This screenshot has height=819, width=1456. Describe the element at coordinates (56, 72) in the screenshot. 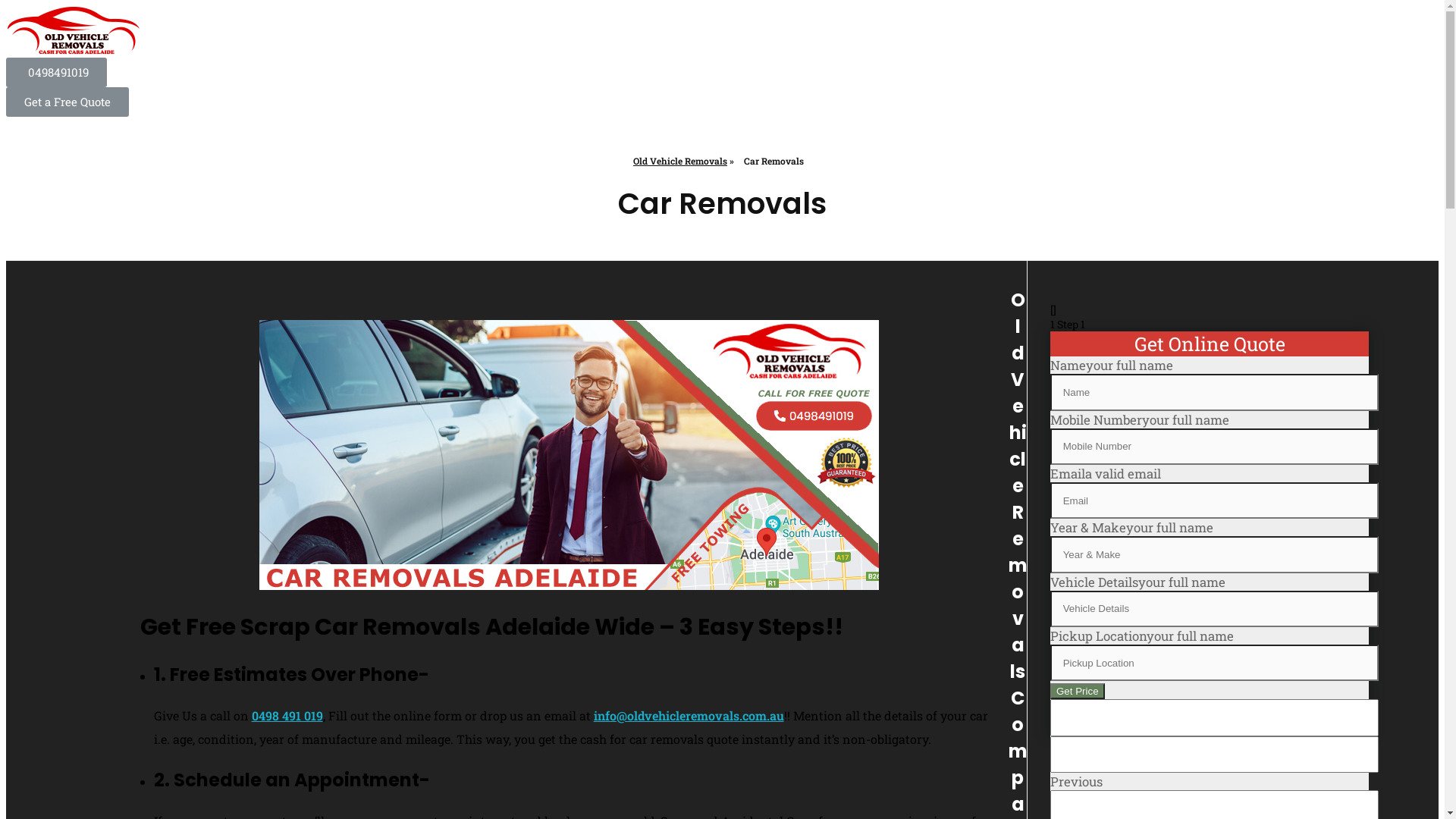

I see `'0498491019'` at that location.